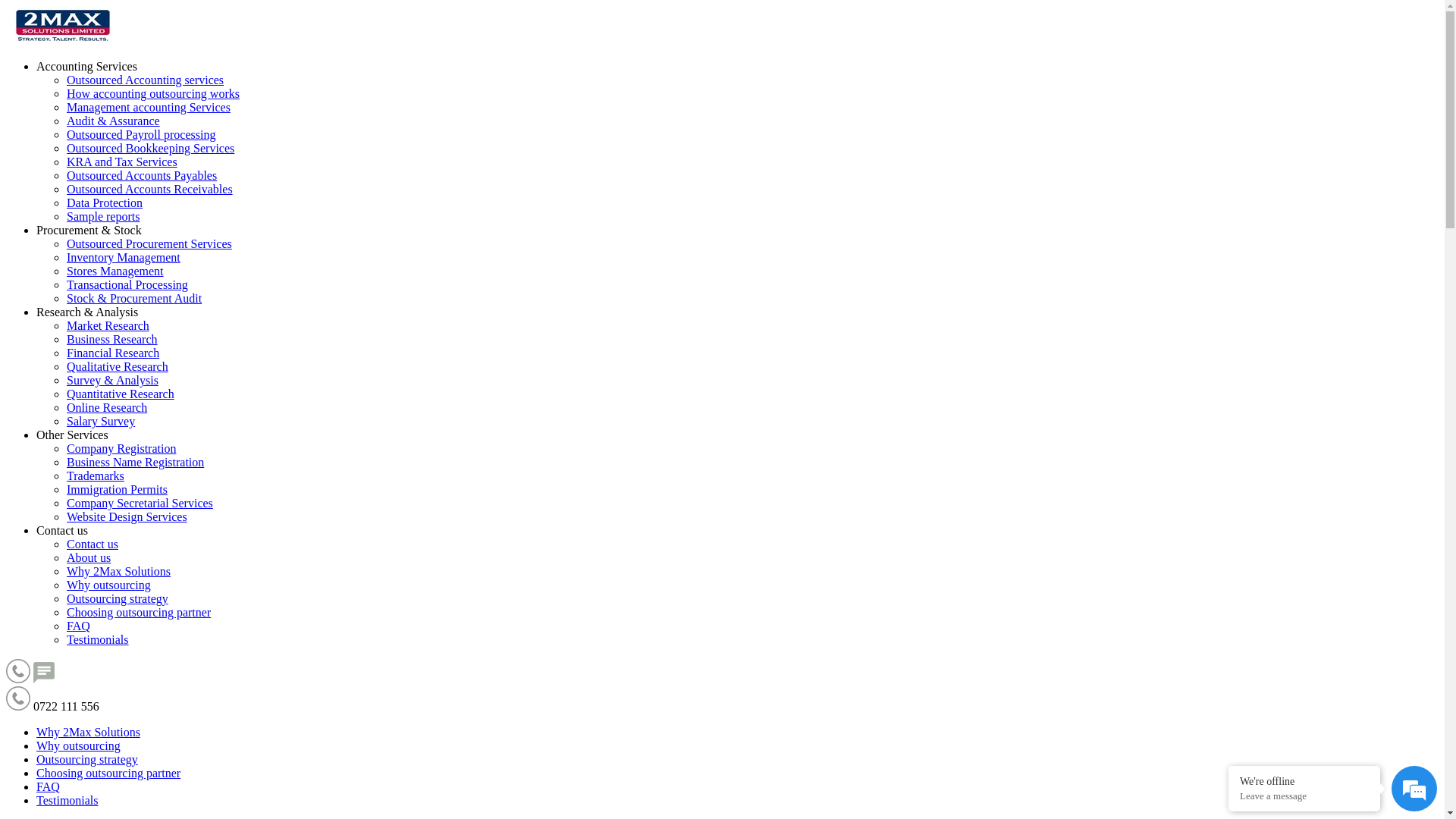  Describe the element at coordinates (134, 298) in the screenshot. I see `'Stock & Procurement Audit'` at that location.